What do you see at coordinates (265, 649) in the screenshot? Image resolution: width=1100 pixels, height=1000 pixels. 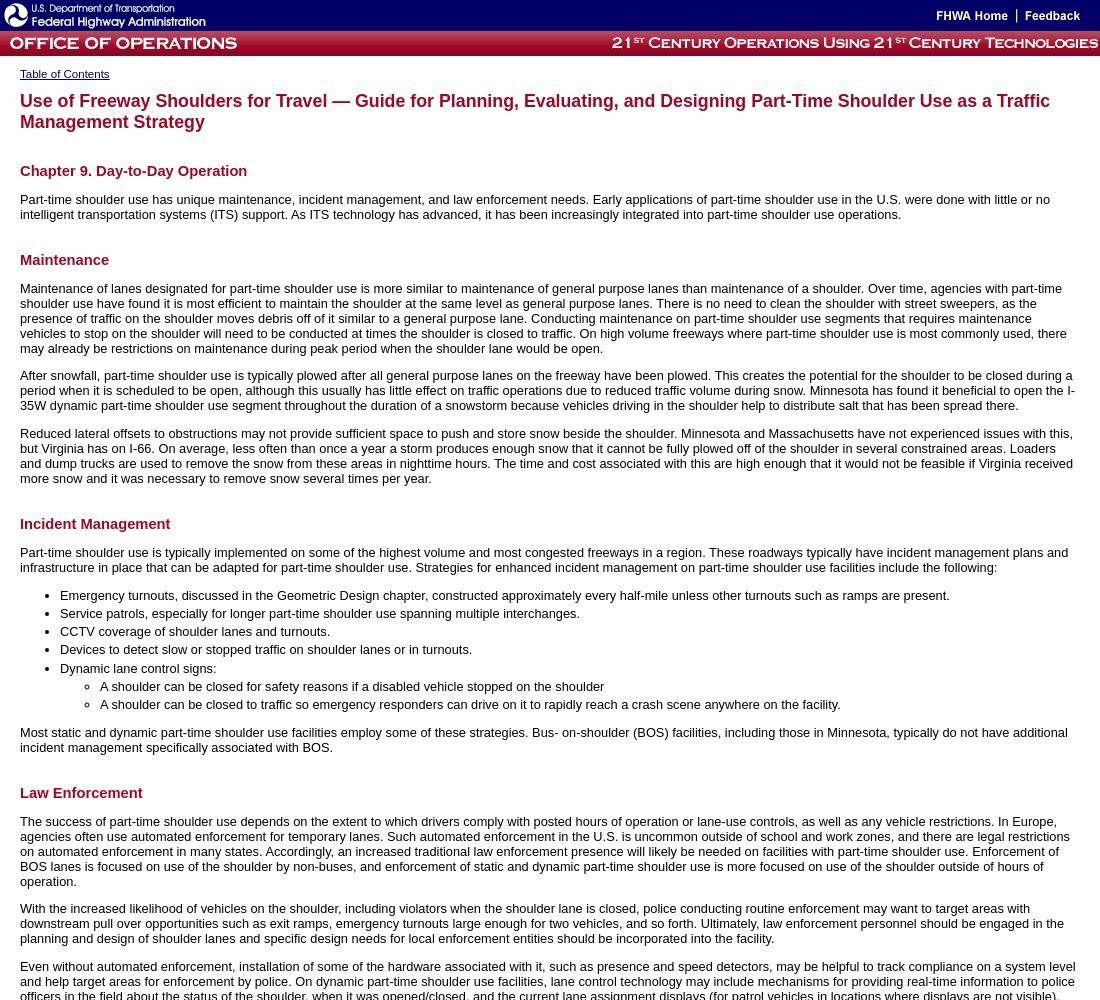 I see `'Devices to detect slow or stopped traffic on shoulder lanes or in turnouts.'` at bounding box center [265, 649].